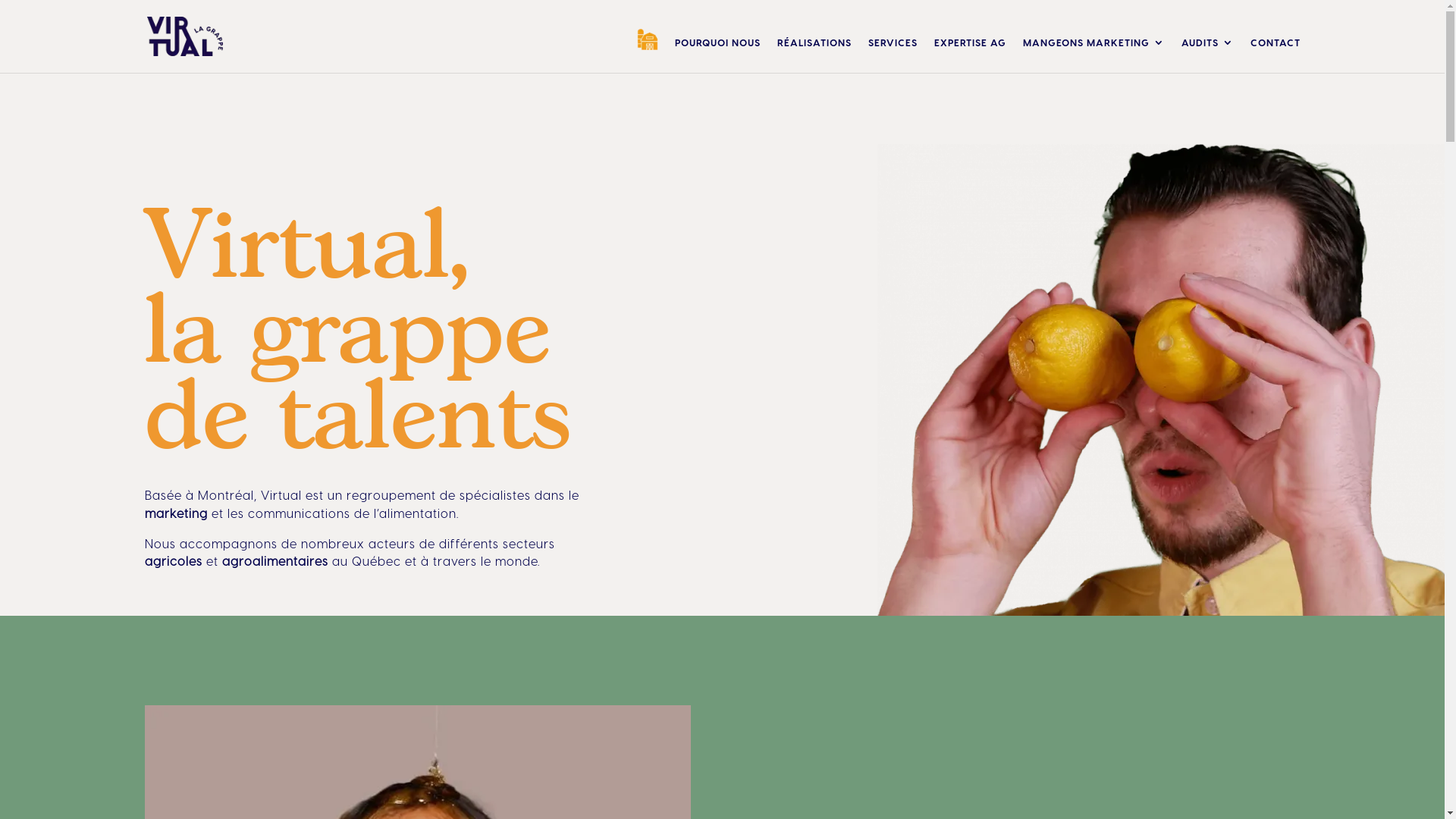 The width and height of the screenshot is (1456, 819). I want to click on 'EXPERTISE AG', so click(969, 54).